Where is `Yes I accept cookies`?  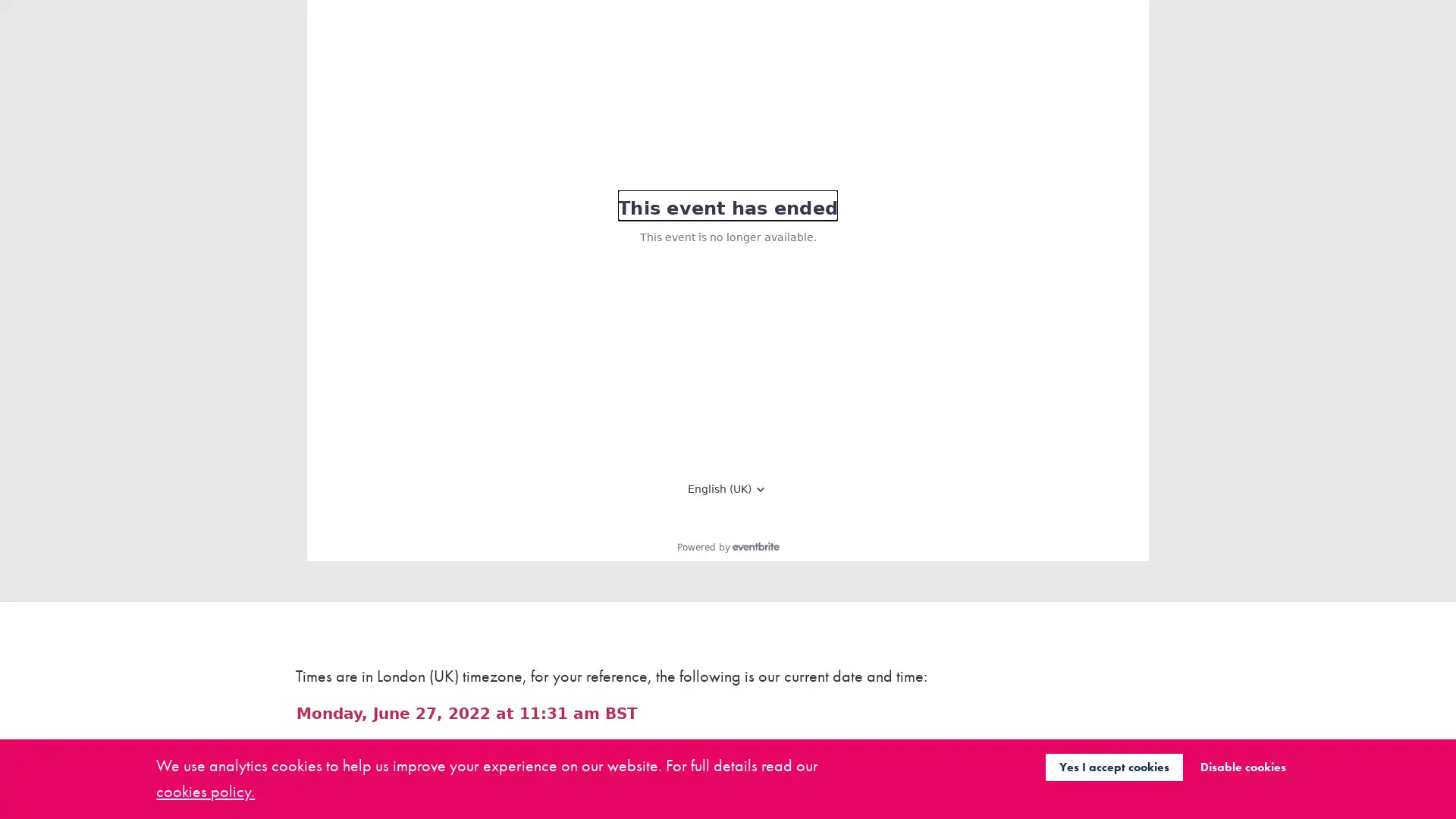 Yes I accept cookies is located at coordinates (1113, 766).